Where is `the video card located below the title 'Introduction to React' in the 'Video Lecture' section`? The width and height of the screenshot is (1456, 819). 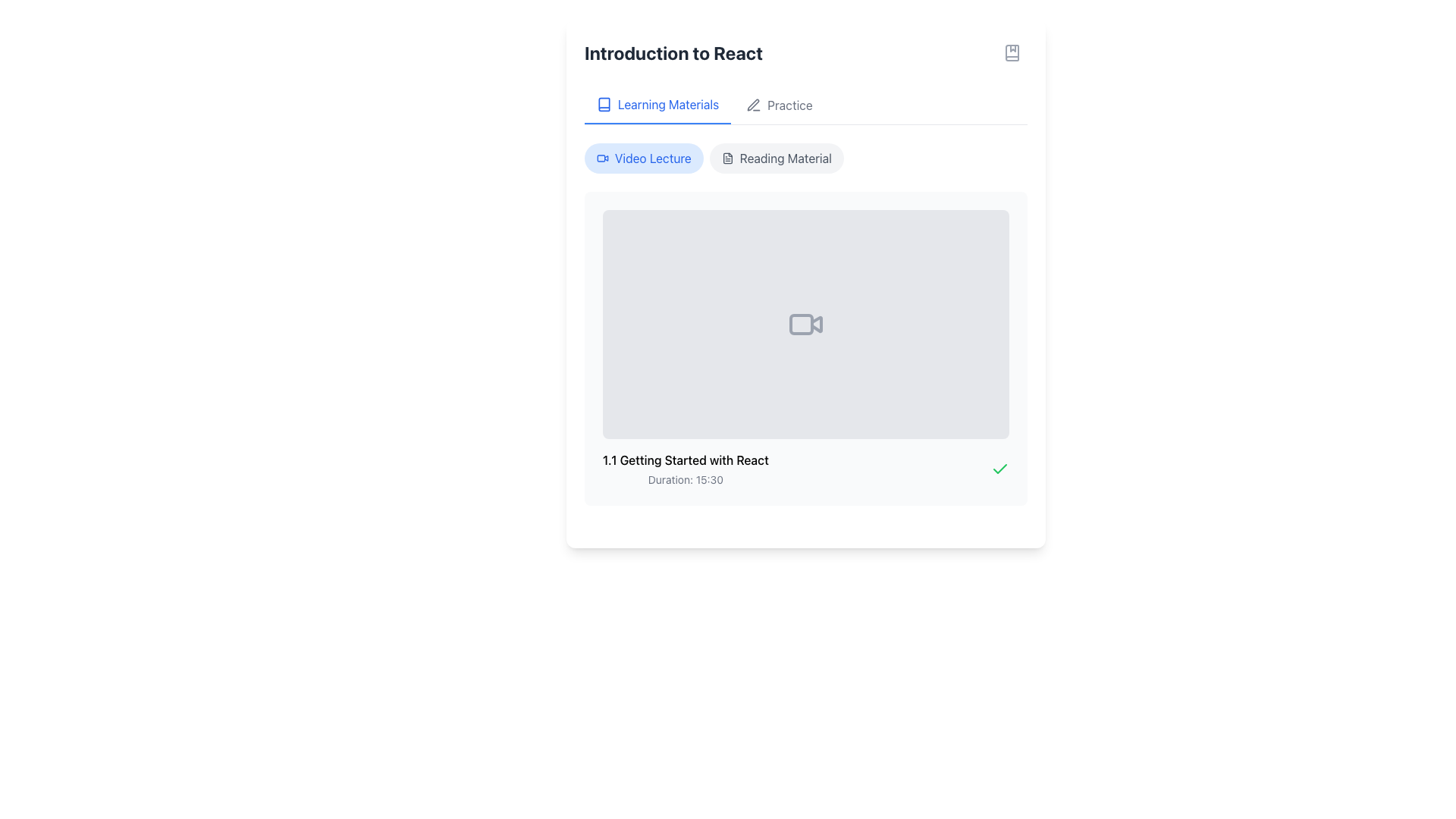
the video card located below the title 'Introduction to React' in the 'Video Lecture' section is located at coordinates (805, 348).